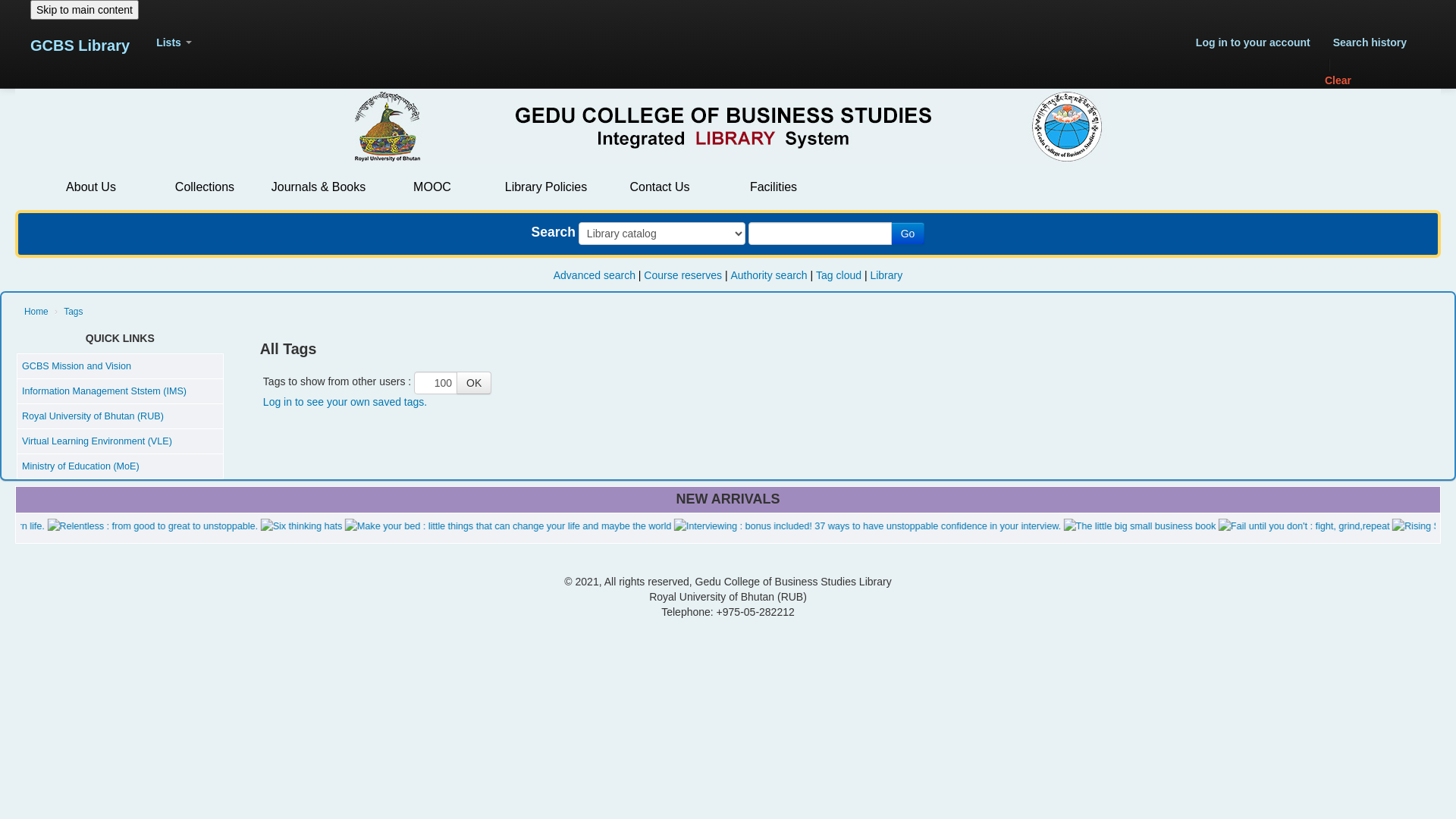  Describe the element at coordinates (730, 275) in the screenshot. I see `'Authority search'` at that location.